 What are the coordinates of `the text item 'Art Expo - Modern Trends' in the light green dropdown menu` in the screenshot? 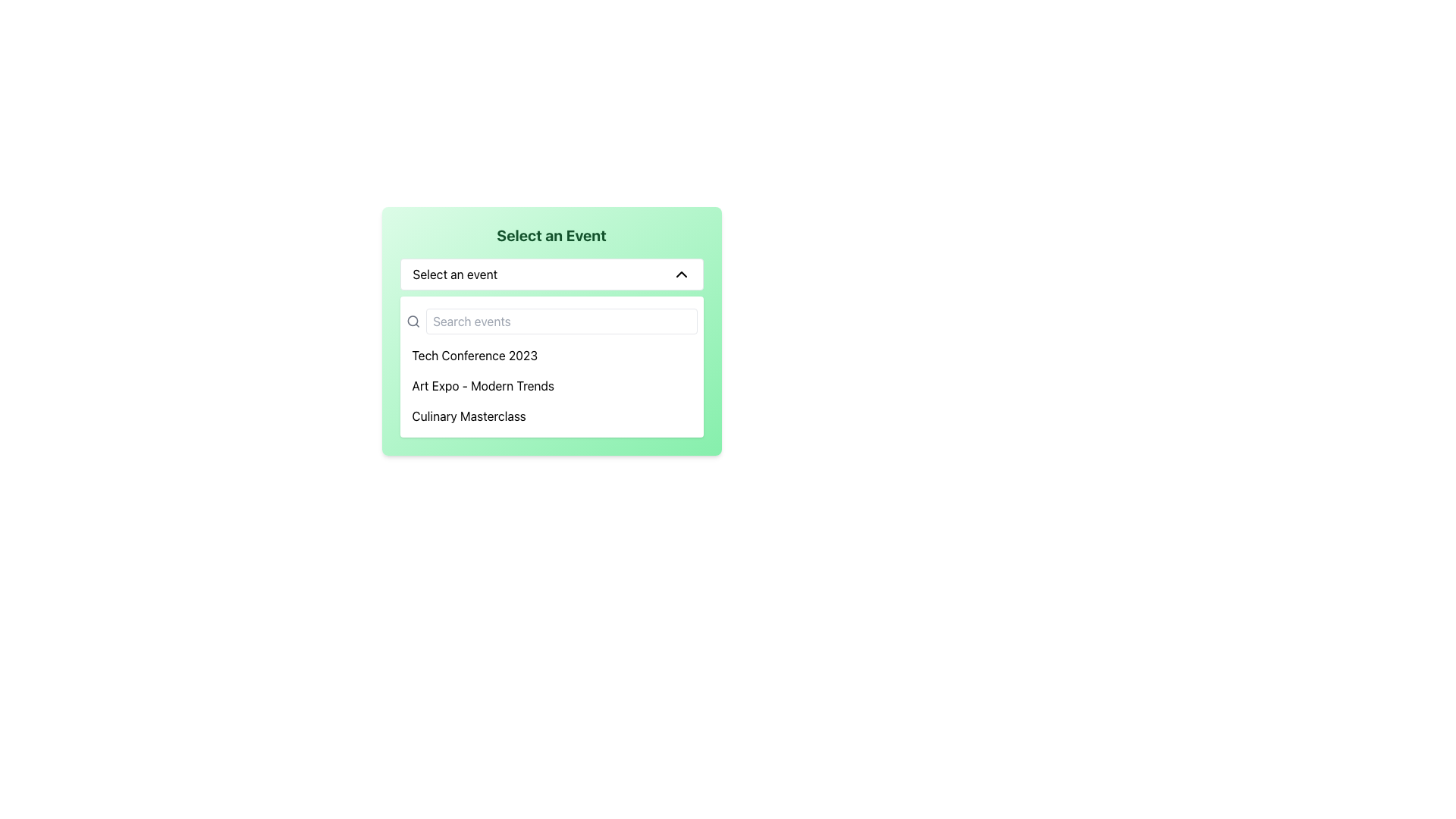 It's located at (482, 385).